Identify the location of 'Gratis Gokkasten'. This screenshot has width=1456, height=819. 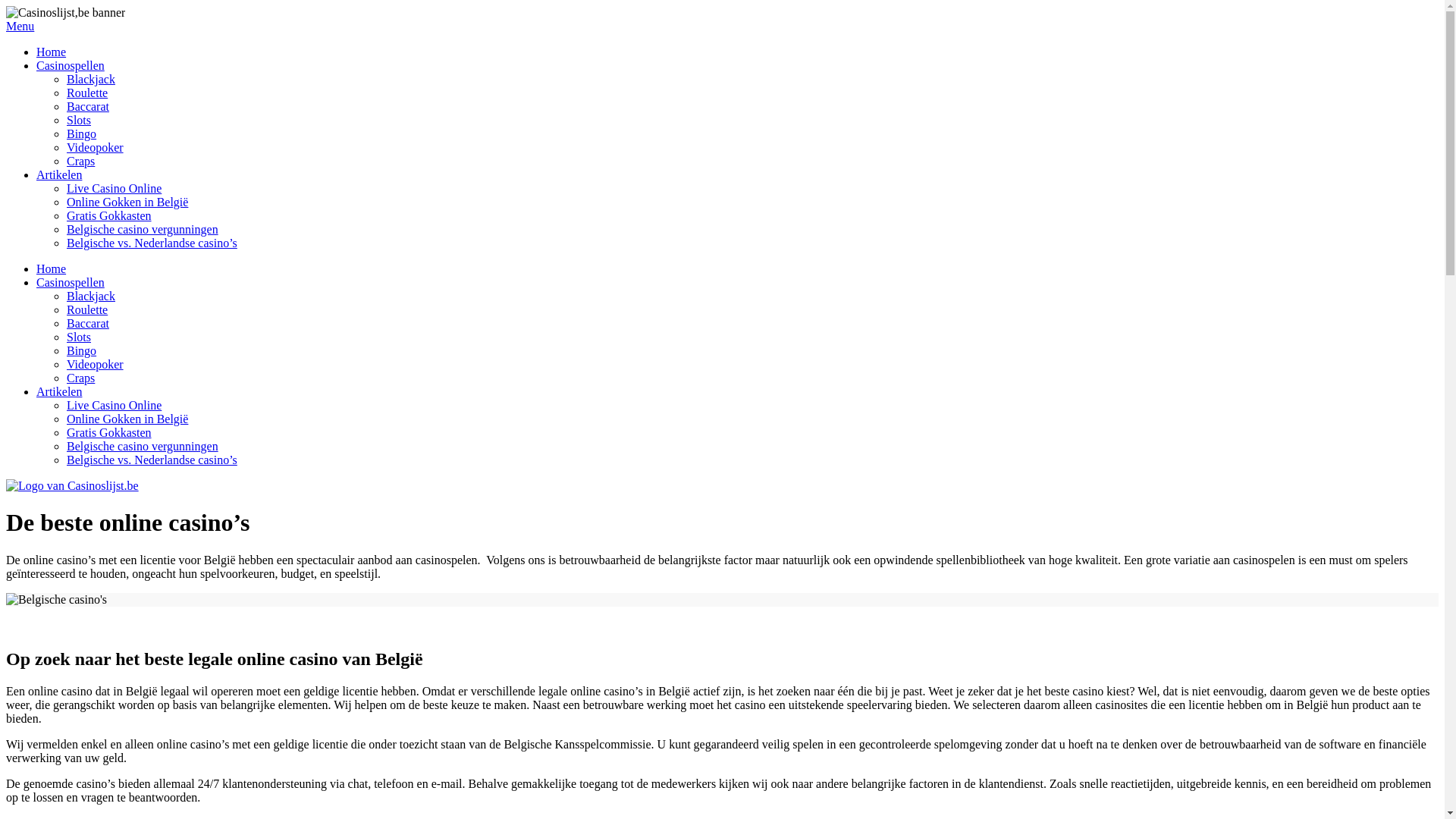
(108, 432).